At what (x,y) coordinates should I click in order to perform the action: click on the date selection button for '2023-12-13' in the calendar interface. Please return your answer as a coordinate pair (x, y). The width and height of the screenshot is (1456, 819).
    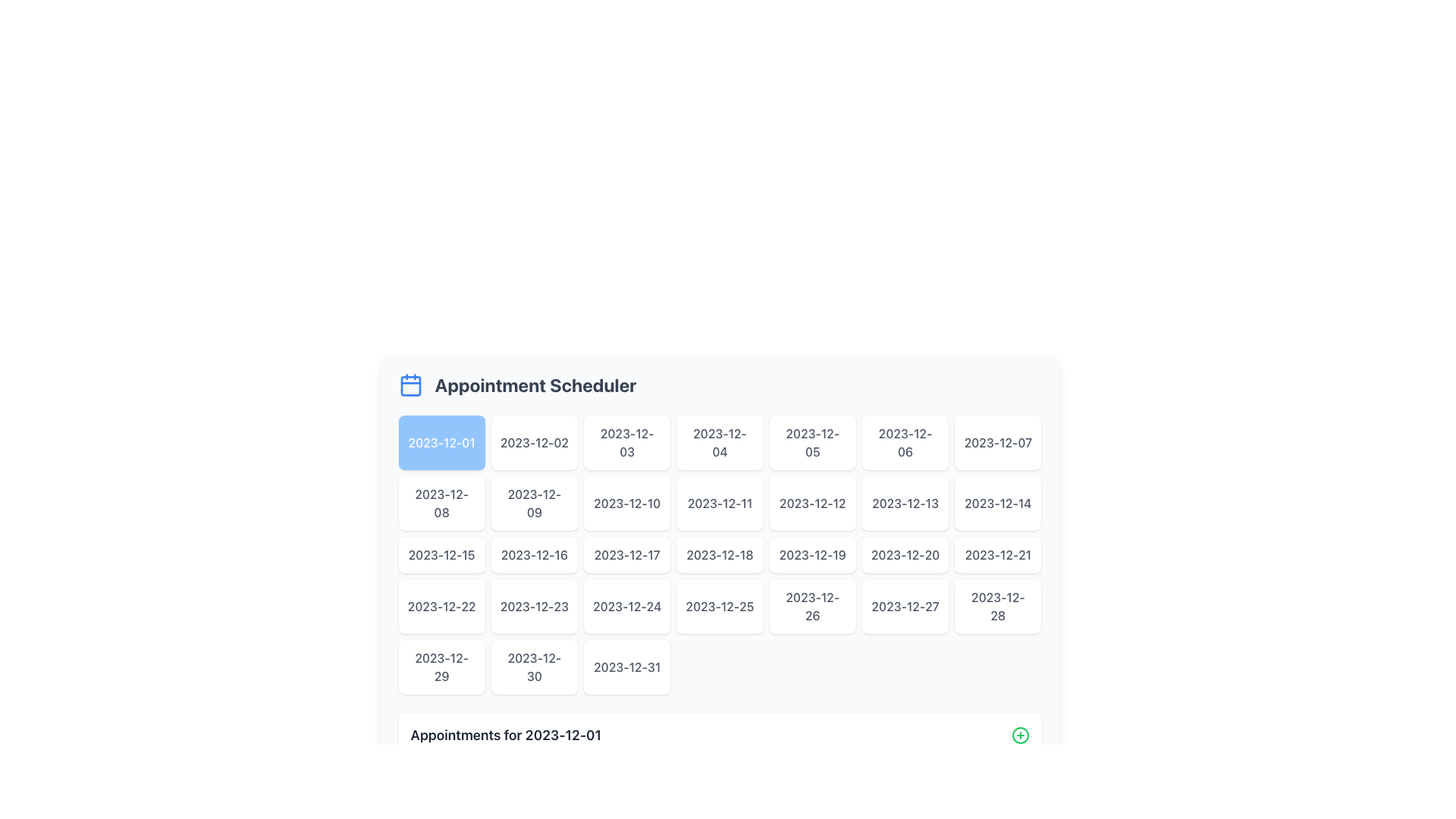
    Looking at the image, I should click on (905, 503).